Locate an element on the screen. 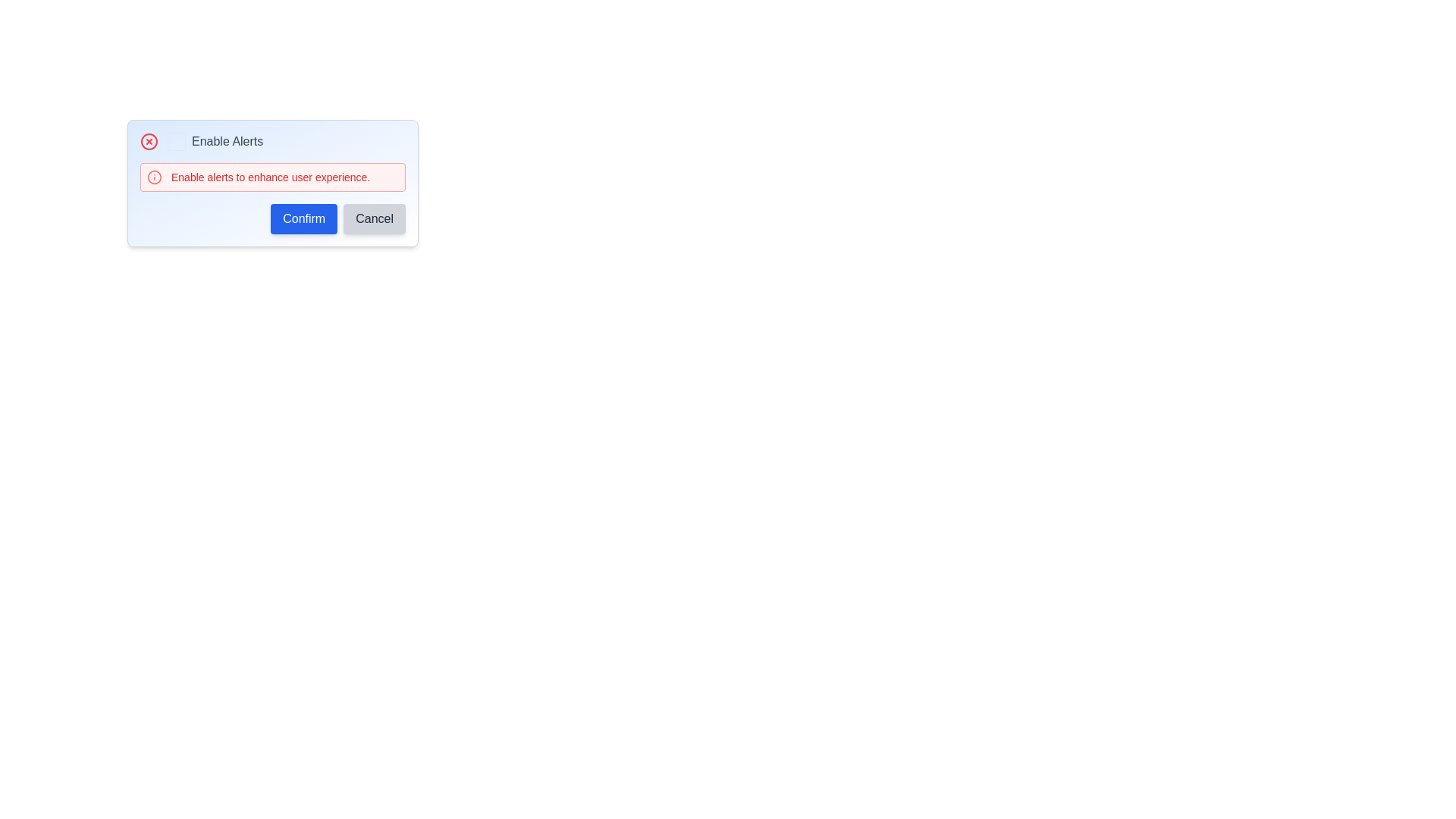  the main circular part of the SVG icon that serves as a visual indicator next to the message 'Enable alerts to enhance your experience.' is located at coordinates (154, 177).